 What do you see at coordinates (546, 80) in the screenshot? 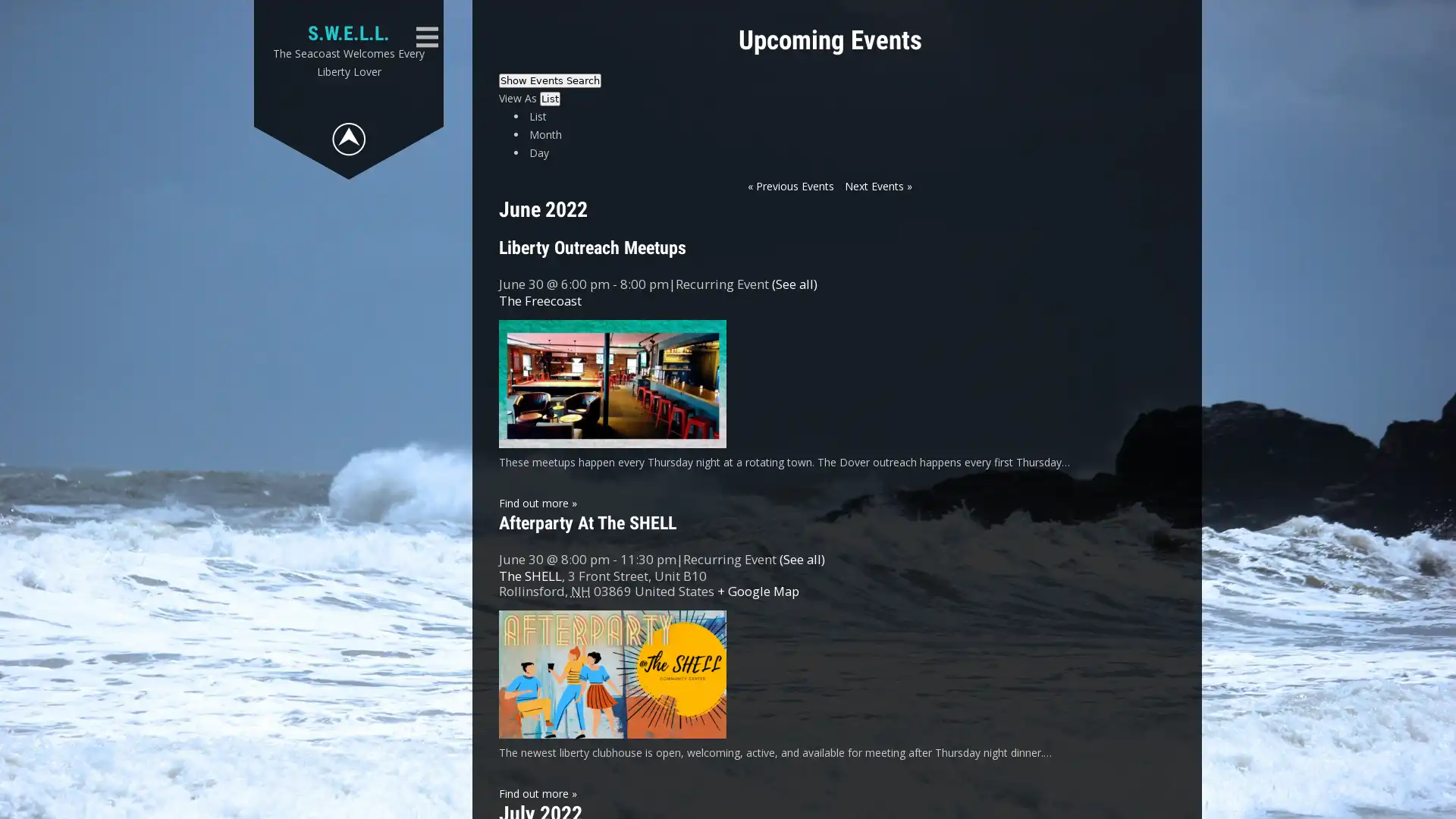
I see `Hide Events Search` at bounding box center [546, 80].